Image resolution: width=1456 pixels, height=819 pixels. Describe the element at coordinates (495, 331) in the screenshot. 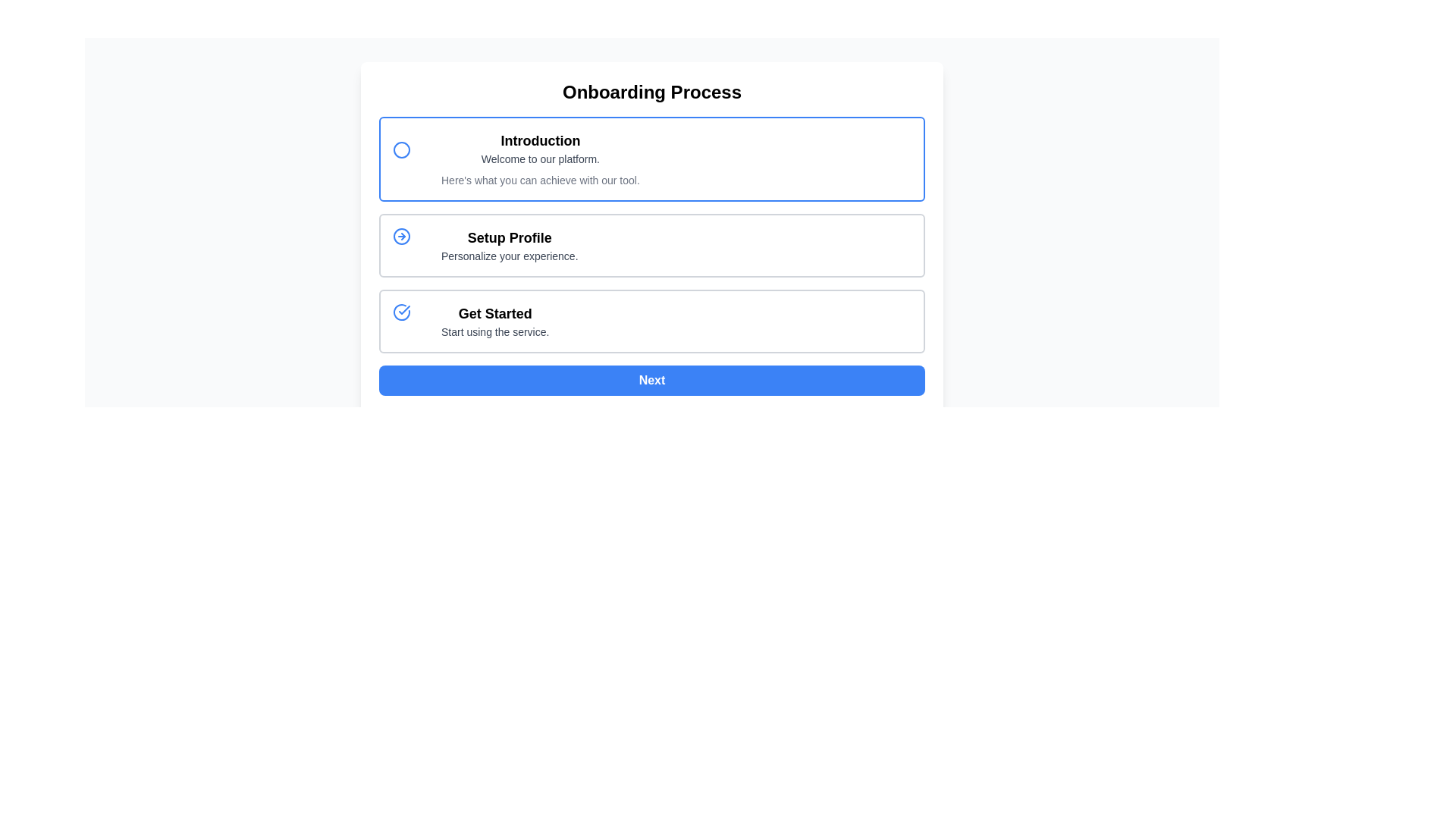

I see `the text label that provides instructions for the 'Get Started' step in the onboarding process, positioned directly below the bolded text 'Get Started'` at that location.